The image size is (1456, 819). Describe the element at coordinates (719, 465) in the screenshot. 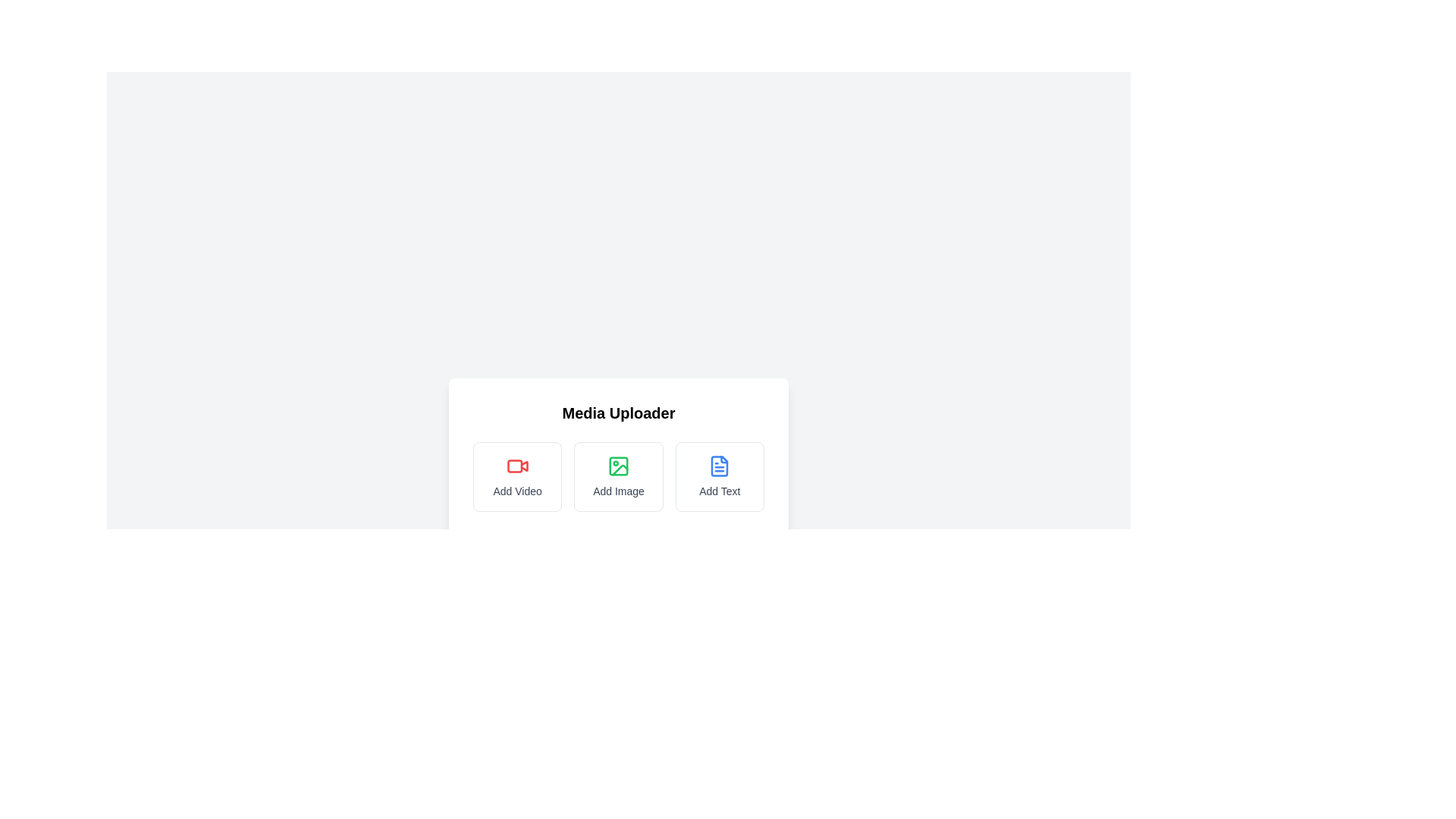

I see `the 'Add Text' icon located at the bottom center of the 'Media Uploader' section, which is the third icon from the left in a set of three options labeled 'Add Video', 'Add Image', and 'Add Text'` at that location.